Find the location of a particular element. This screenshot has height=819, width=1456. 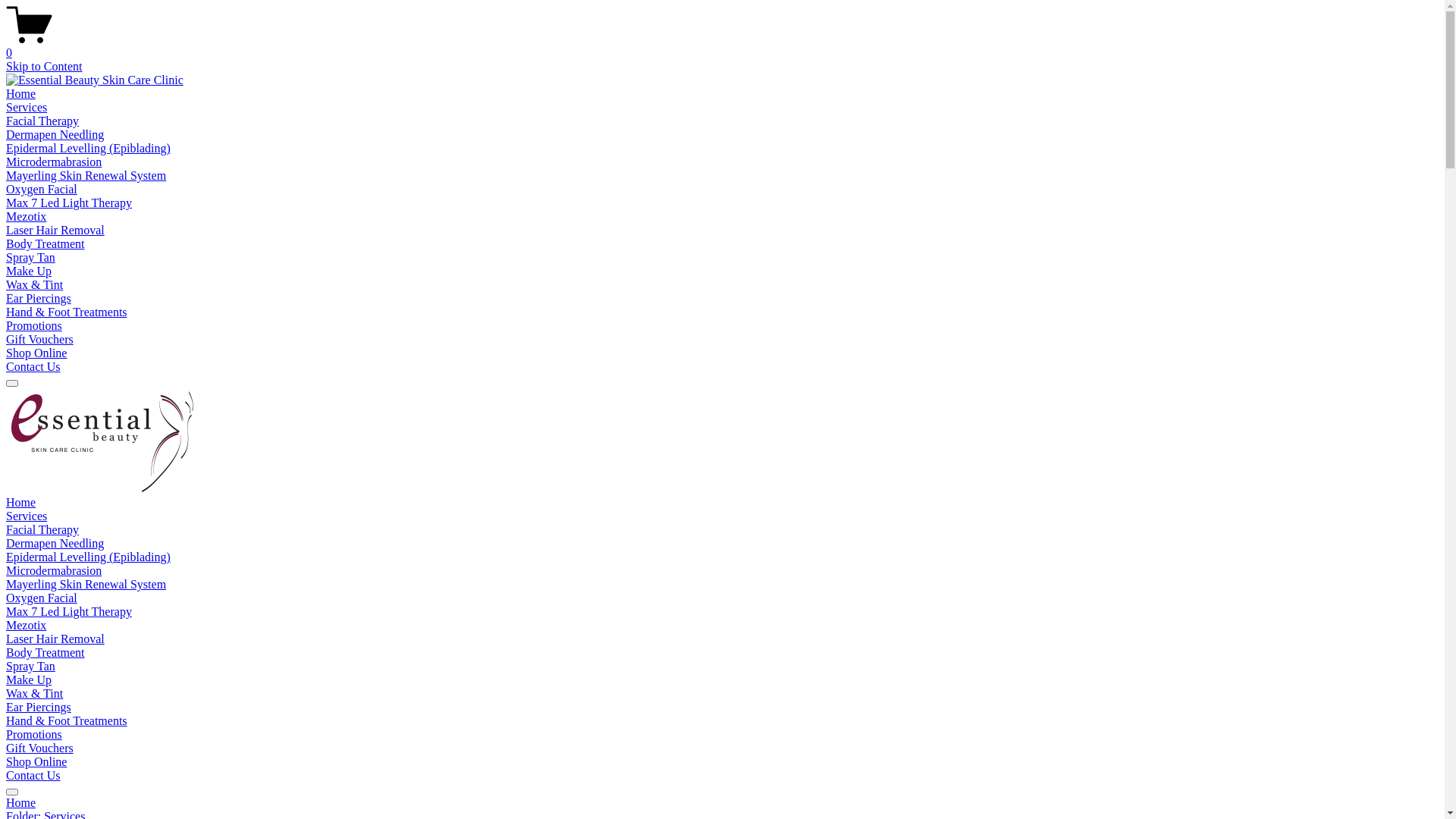

'Home' is located at coordinates (721, 802).